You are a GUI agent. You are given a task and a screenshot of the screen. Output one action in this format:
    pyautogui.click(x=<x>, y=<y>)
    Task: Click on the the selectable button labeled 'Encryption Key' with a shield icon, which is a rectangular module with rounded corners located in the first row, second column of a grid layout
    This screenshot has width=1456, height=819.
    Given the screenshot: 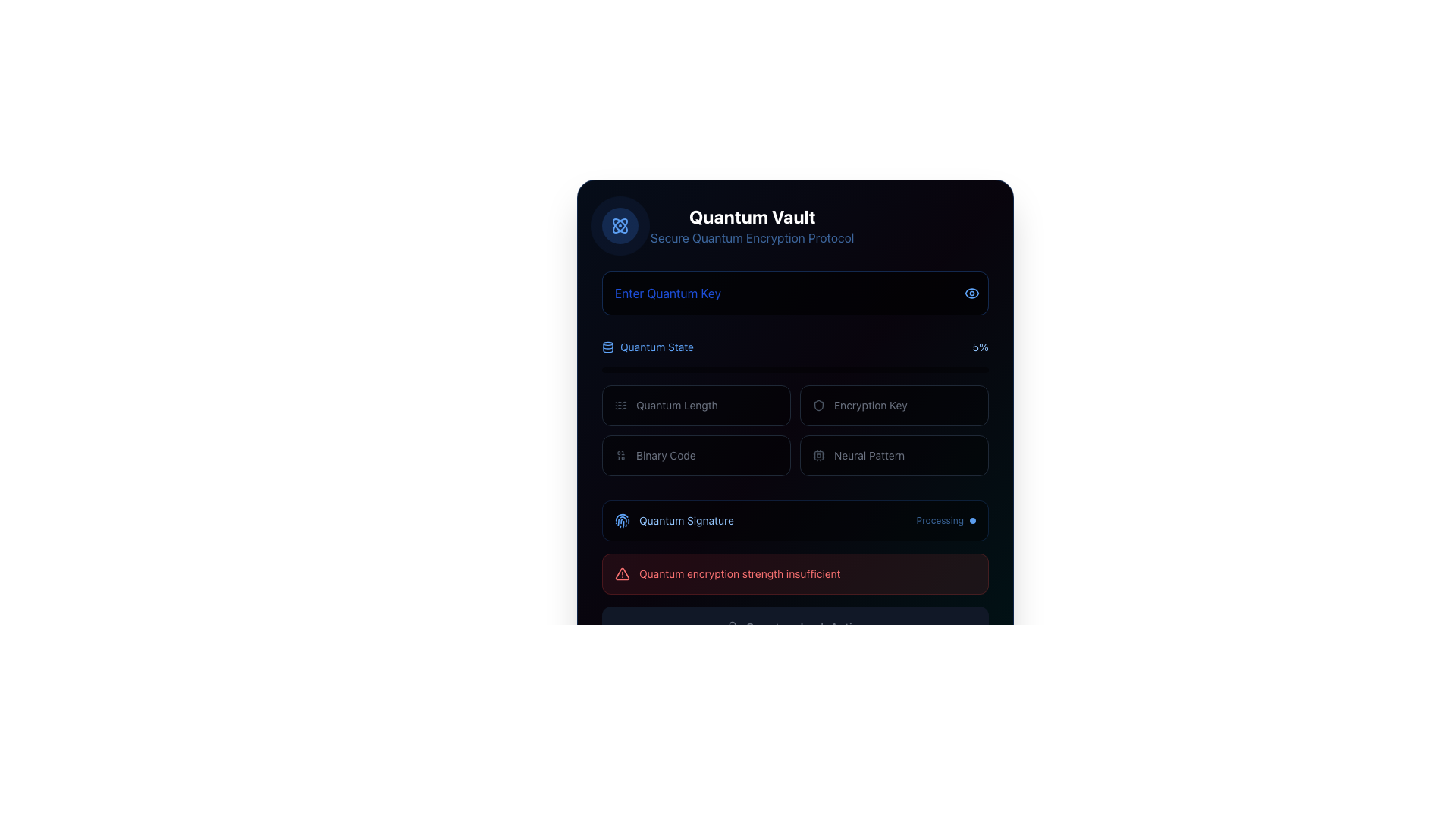 What is the action you would take?
    pyautogui.click(x=894, y=405)
    